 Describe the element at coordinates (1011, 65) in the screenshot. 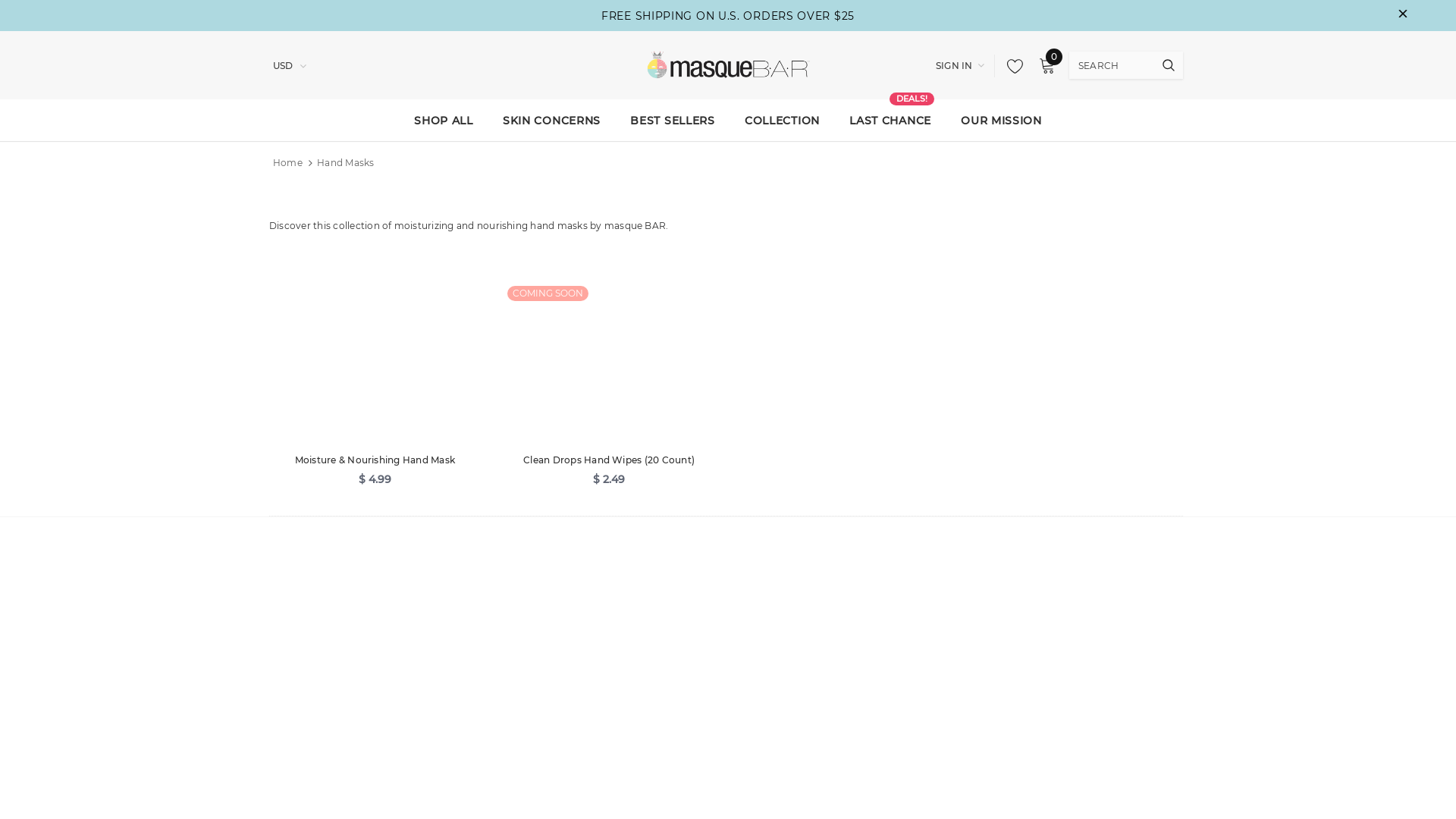

I see `'My Wishlists'` at that location.